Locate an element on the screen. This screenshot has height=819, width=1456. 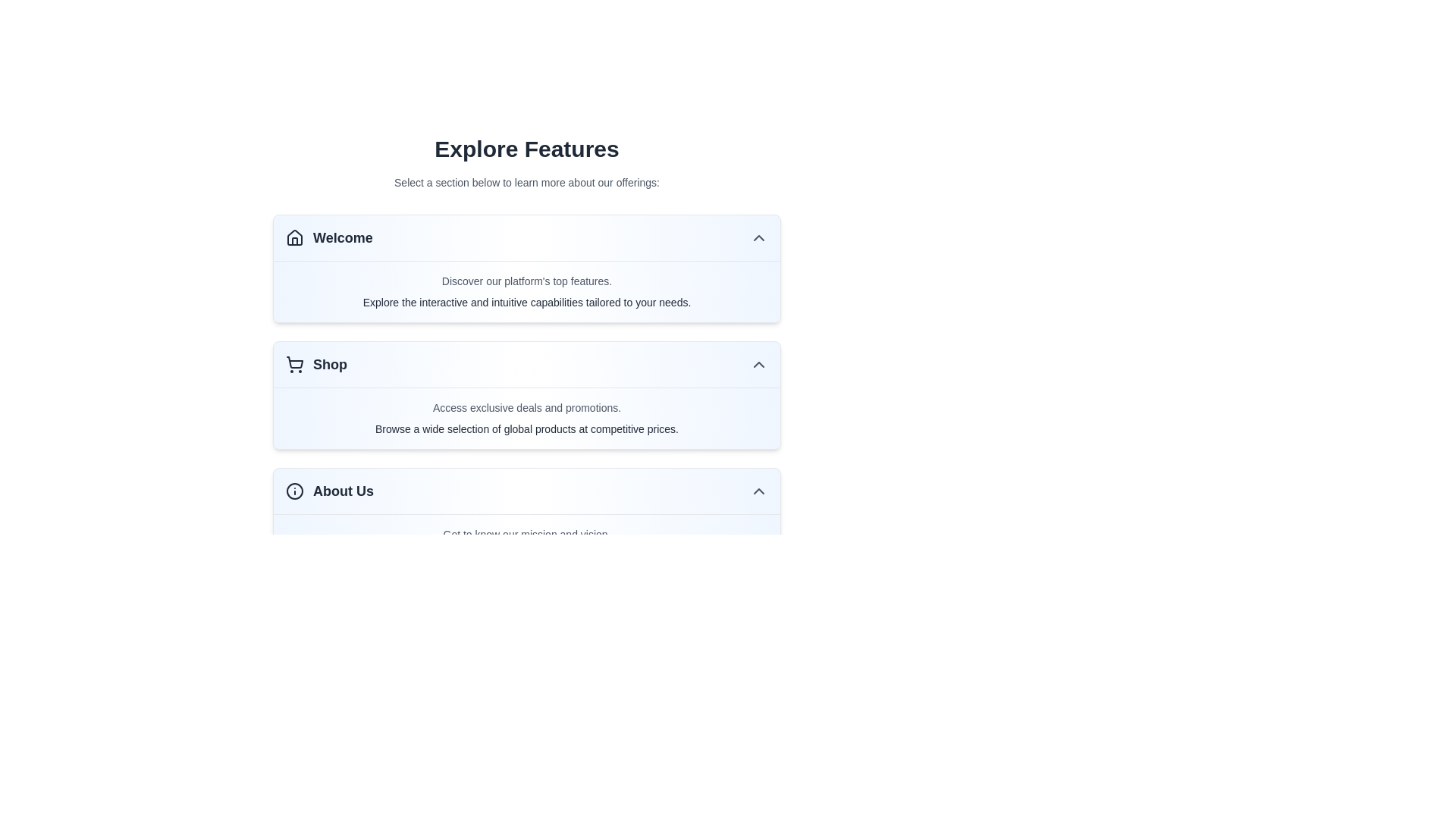
text 'Browse a wide selection of global products at competitive prices.' located in the 'Shop' section, positioned below the text 'Access exclusive deals and promotions.' is located at coordinates (527, 429).